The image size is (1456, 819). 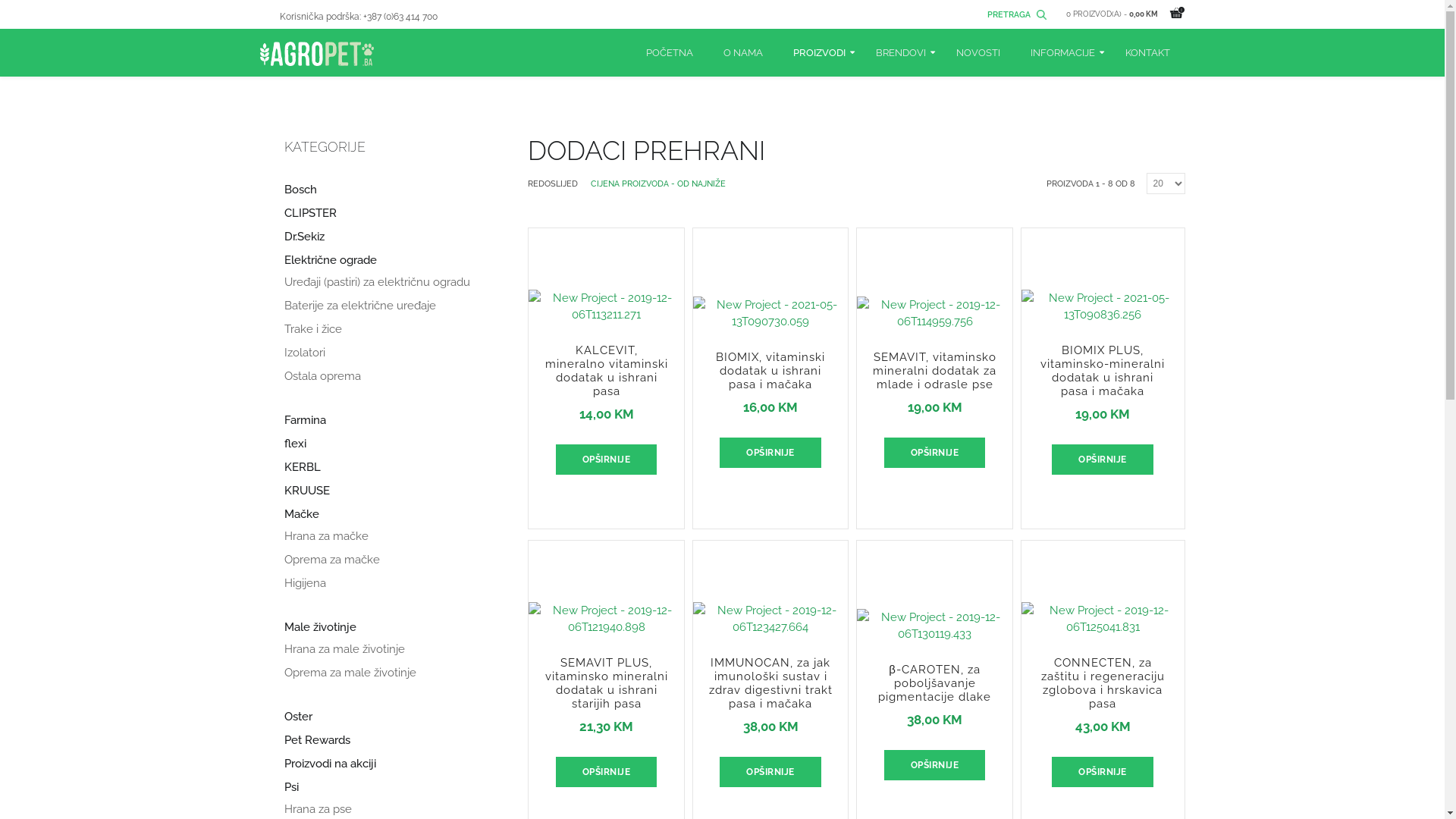 What do you see at coordinates (284, 237) in the screenshot?
I see `'Dr.Sekiz'` at bounding box center [284, 237].